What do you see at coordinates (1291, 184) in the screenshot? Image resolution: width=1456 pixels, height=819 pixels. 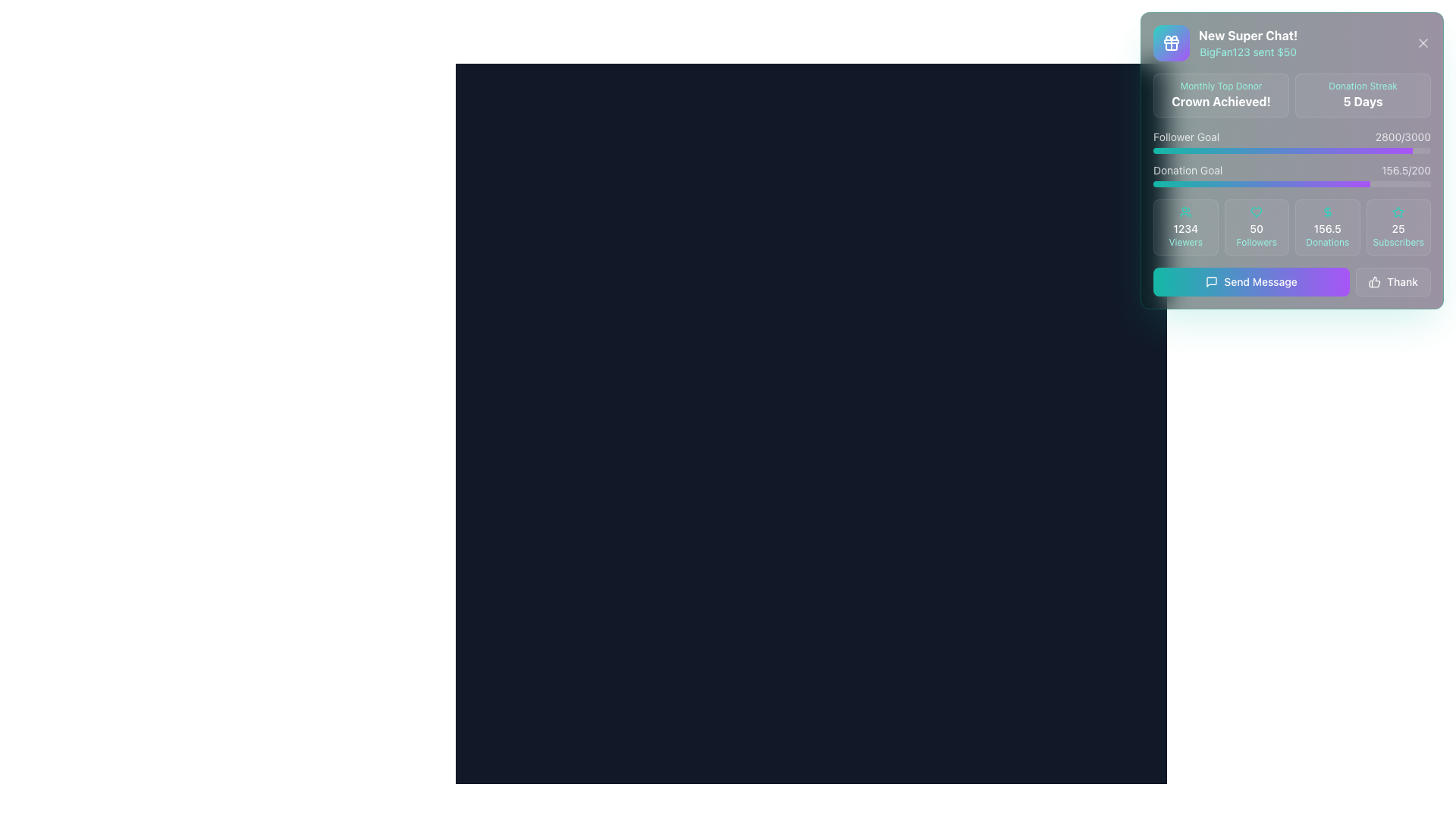 I see `the Progress Bar located beneath the 'Donation Goal 156.5/200' label, which features a colorful gradient fill and rounded ends` at bounding box center [1291, 184].